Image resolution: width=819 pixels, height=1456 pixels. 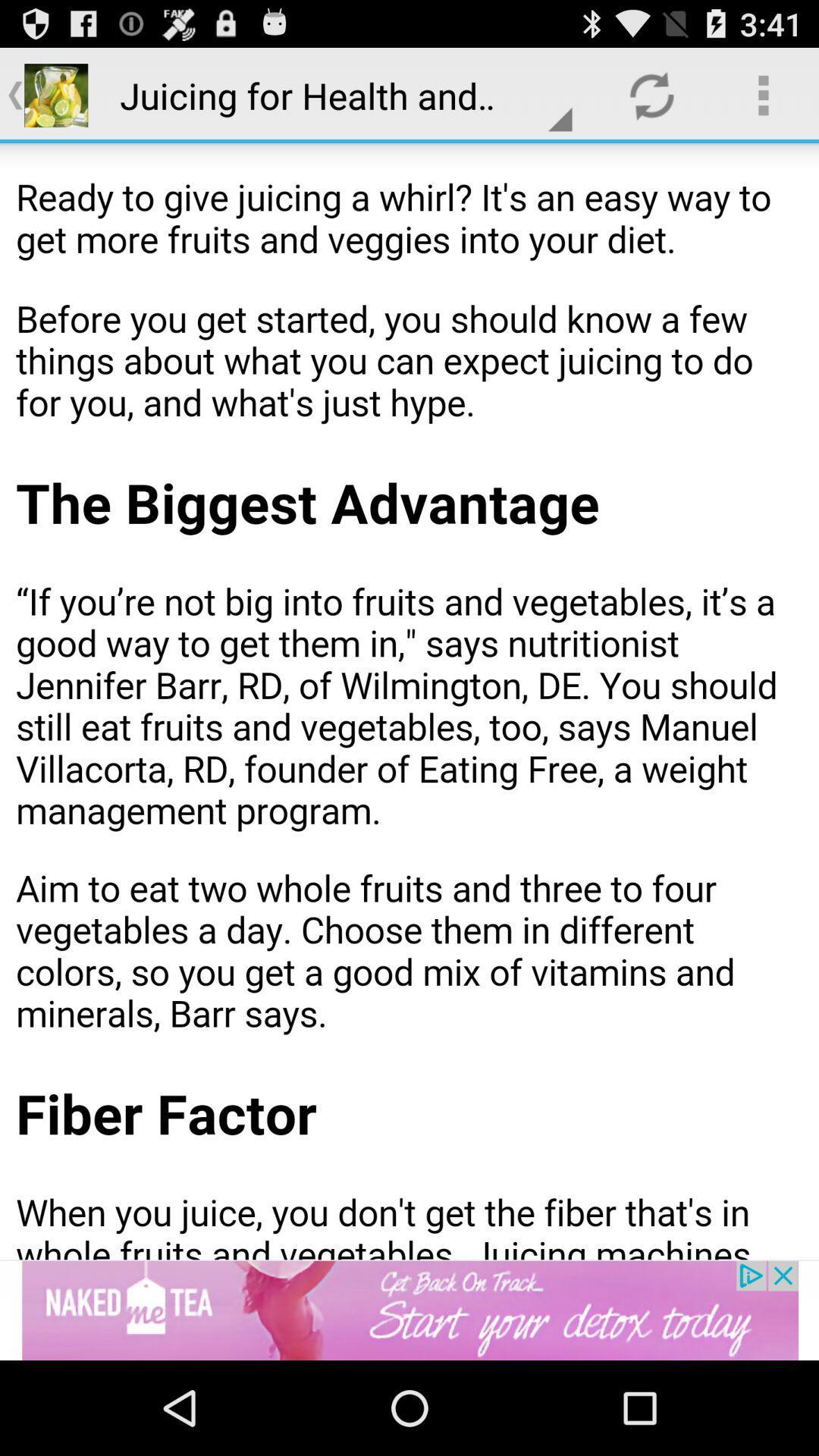 I want to click on the advertisement, so click(x=409, y=1310).